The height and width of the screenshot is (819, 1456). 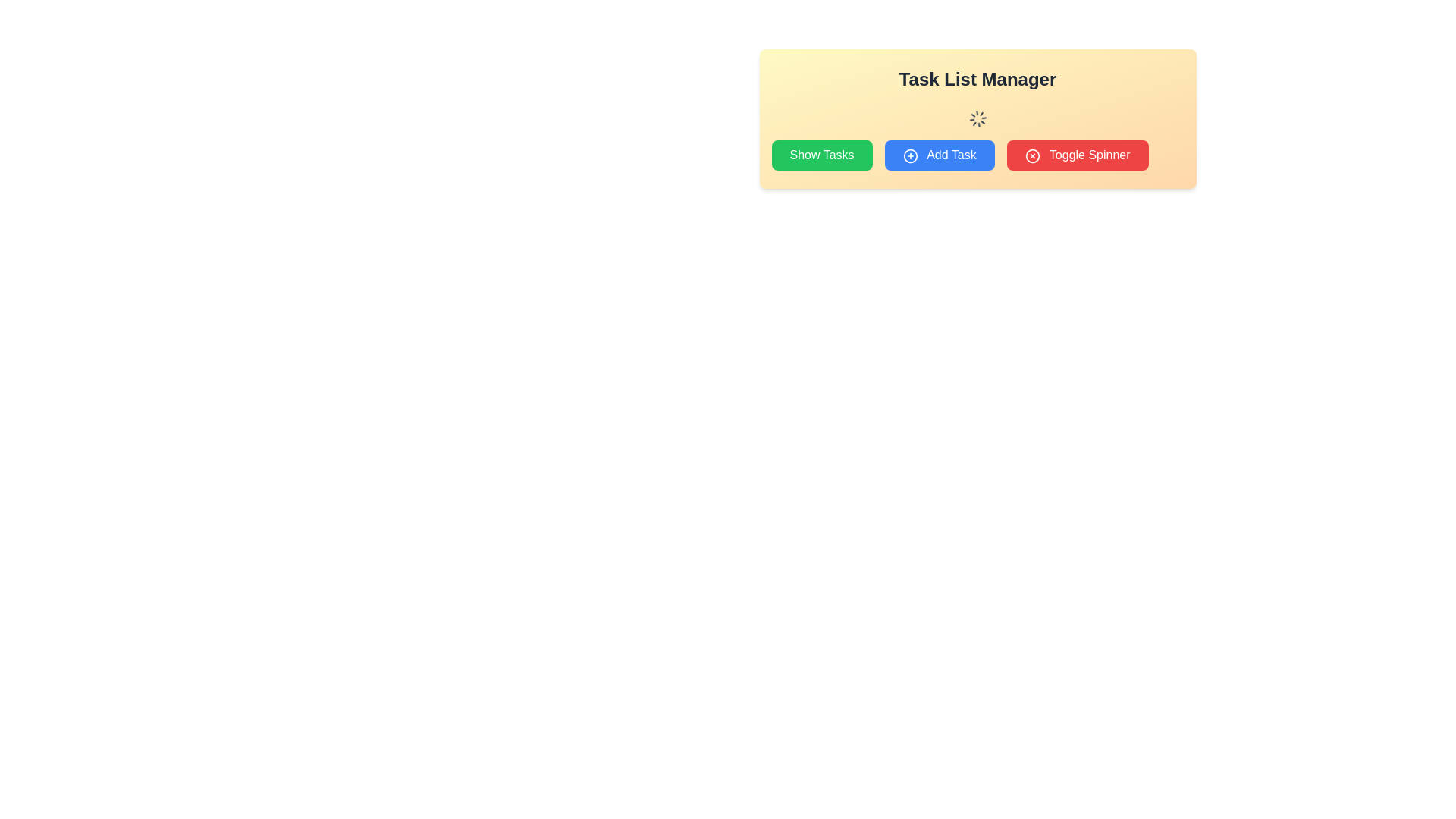 What do you see at coordinates (821, 155) in the screenshot?
I see `the 'Show Tasks' button, which is a rectangular button with a green background and white text, to trigger its hover effect that changes its appearance to a darker green` at bounding box center [821, 155].